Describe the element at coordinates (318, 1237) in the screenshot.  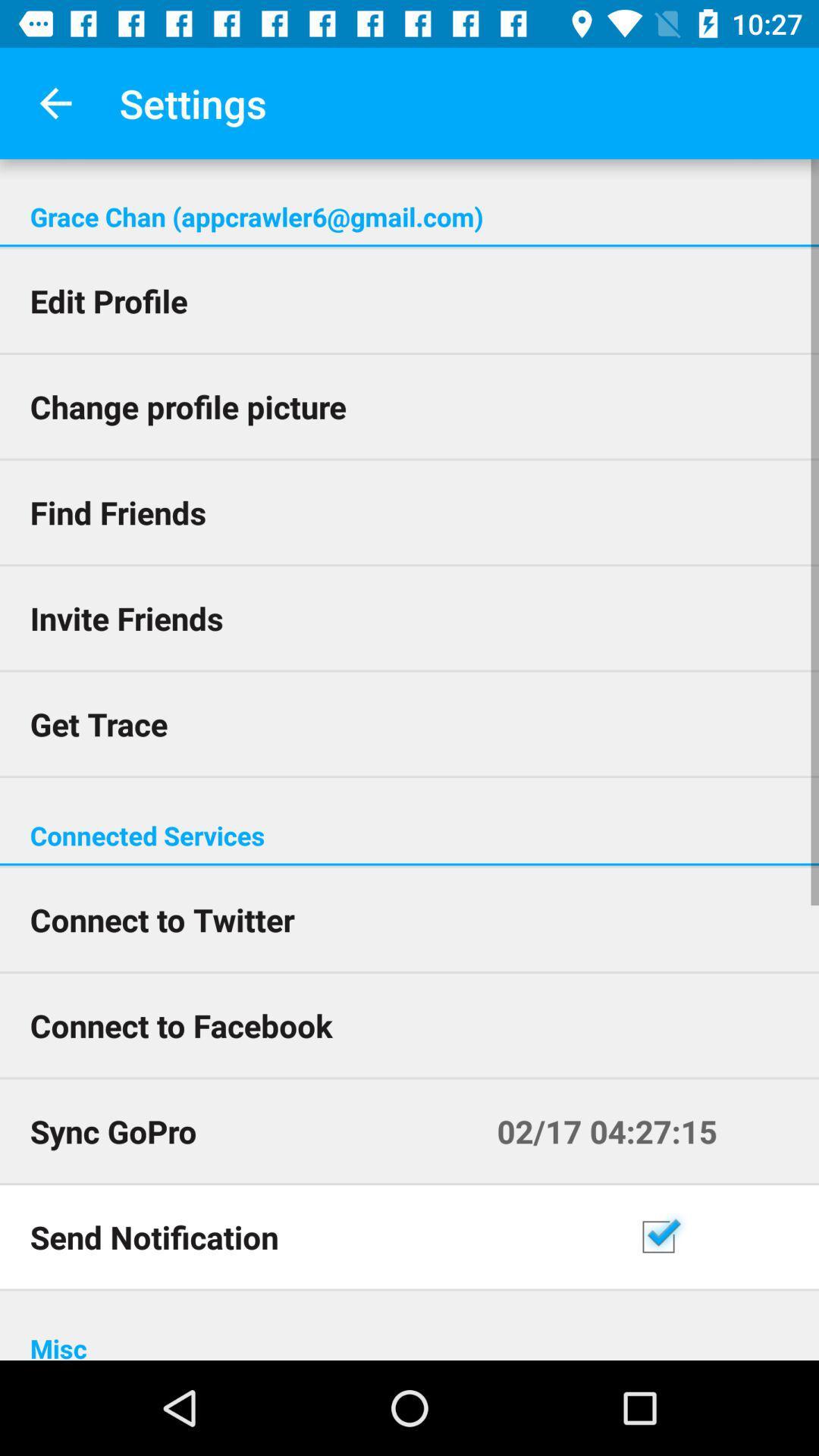
I see `the item below sync gopro icon` at that location.